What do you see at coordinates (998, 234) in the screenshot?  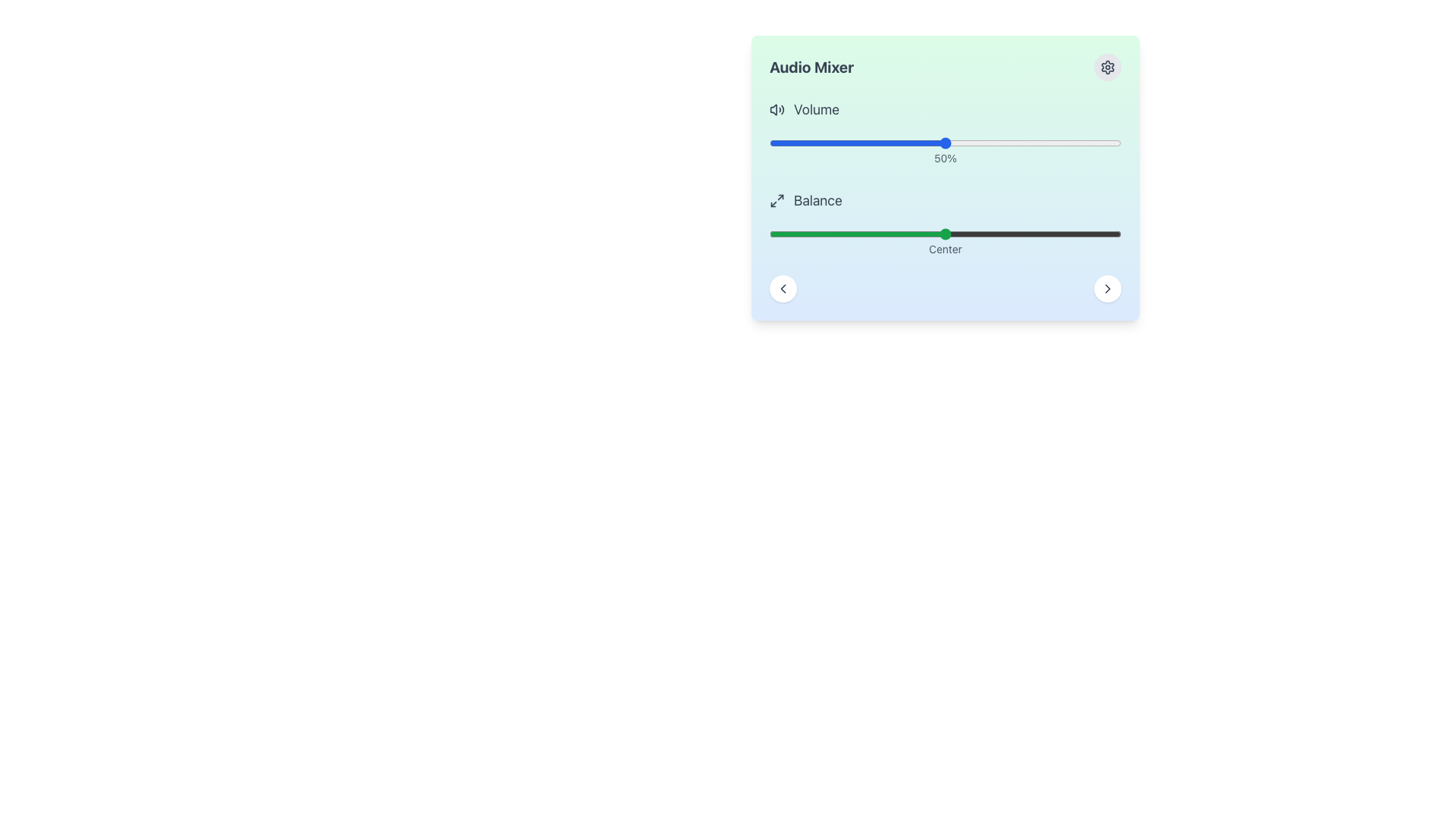 I see `balance` at bounding box center [998, 234].